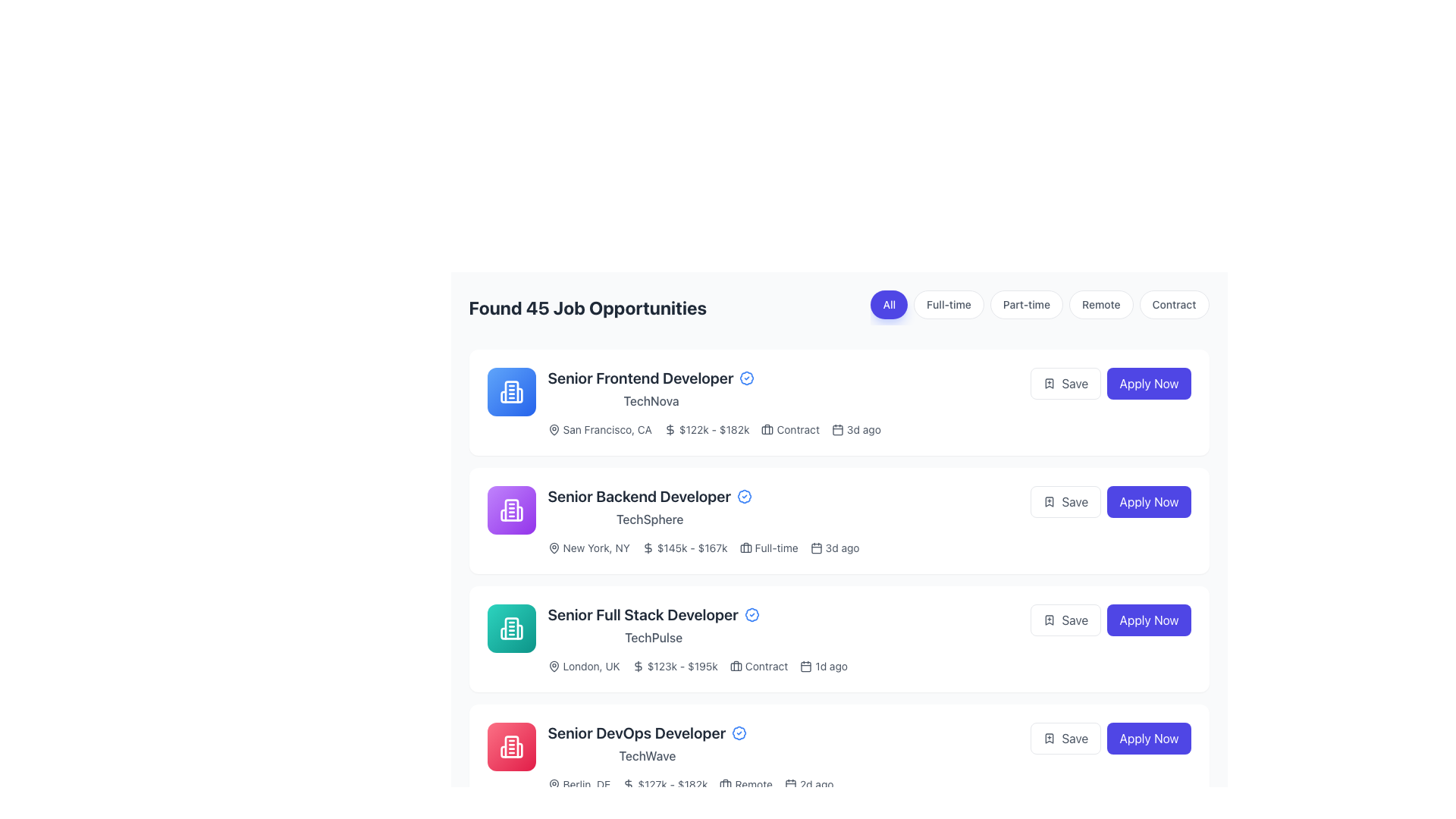 Image resolution: width=1456 pixels, height=819 pixels. What do you see at coordinates (638, 666) in the screenshot?
I see `the monetary icon representing the salary range in the 'Senior Full Stack Developer' job listing, located next to the text '$123k - $195k'` at bounding box center [638, 666].